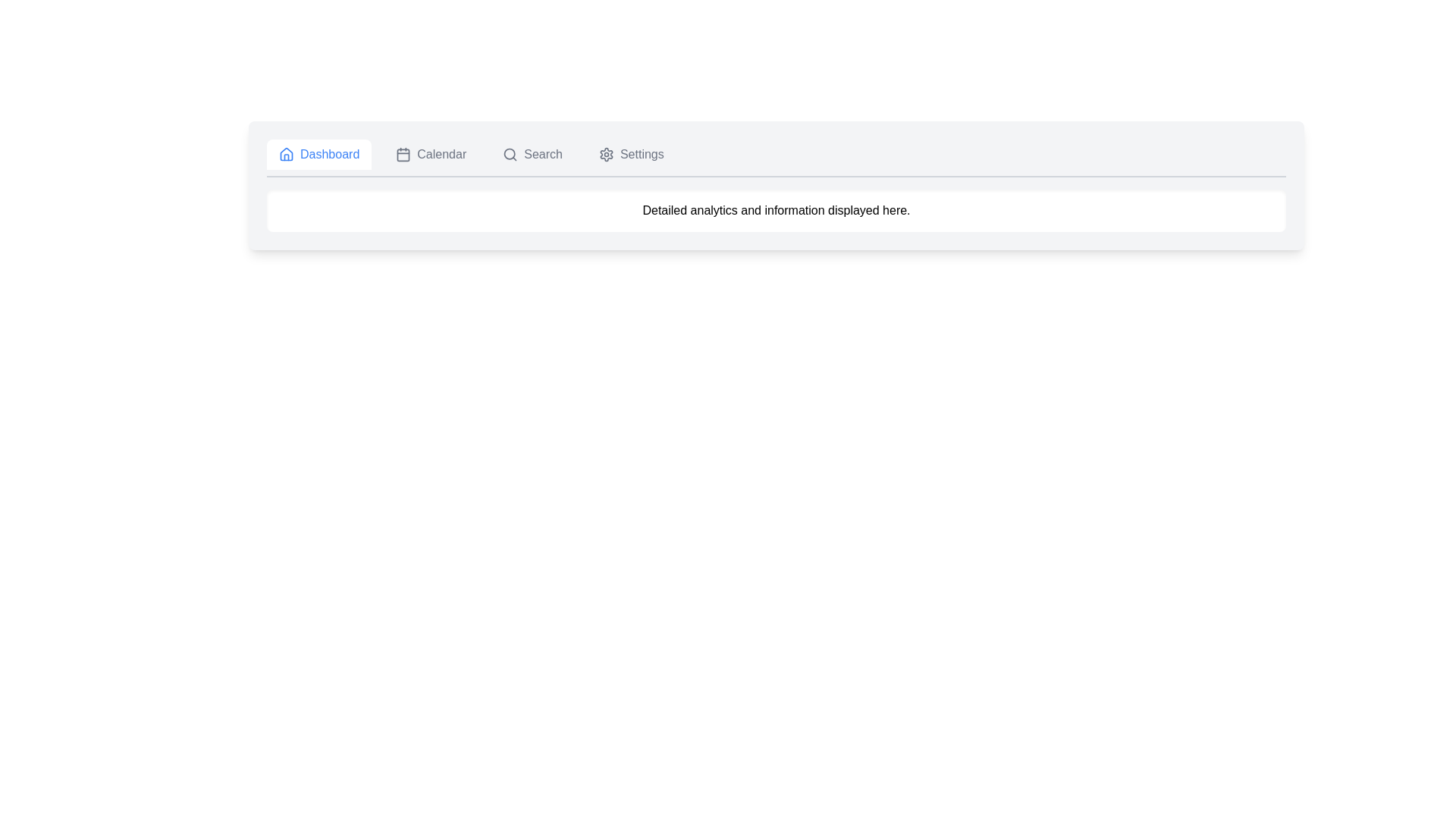  Describe the element at coordinates (318, 155) in the screenshot. I see `the navigational button located at the far-left of the horizontal navigation menu` at that location.